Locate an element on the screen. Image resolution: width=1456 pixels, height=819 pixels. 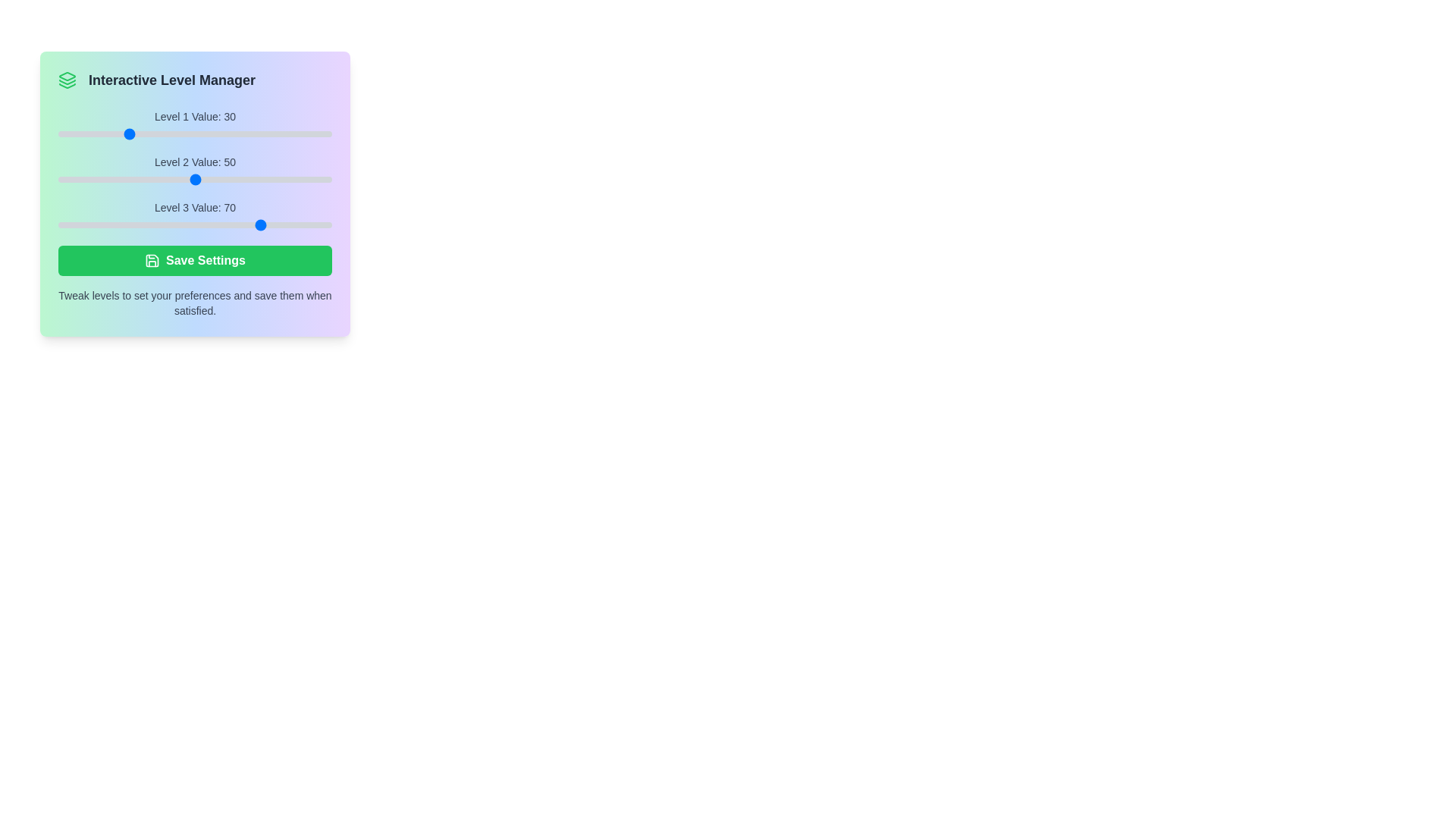
the floppy disk icon located within the green 'Save Settings' button at the bottom center of the panel is located at coordinates (152, 259).